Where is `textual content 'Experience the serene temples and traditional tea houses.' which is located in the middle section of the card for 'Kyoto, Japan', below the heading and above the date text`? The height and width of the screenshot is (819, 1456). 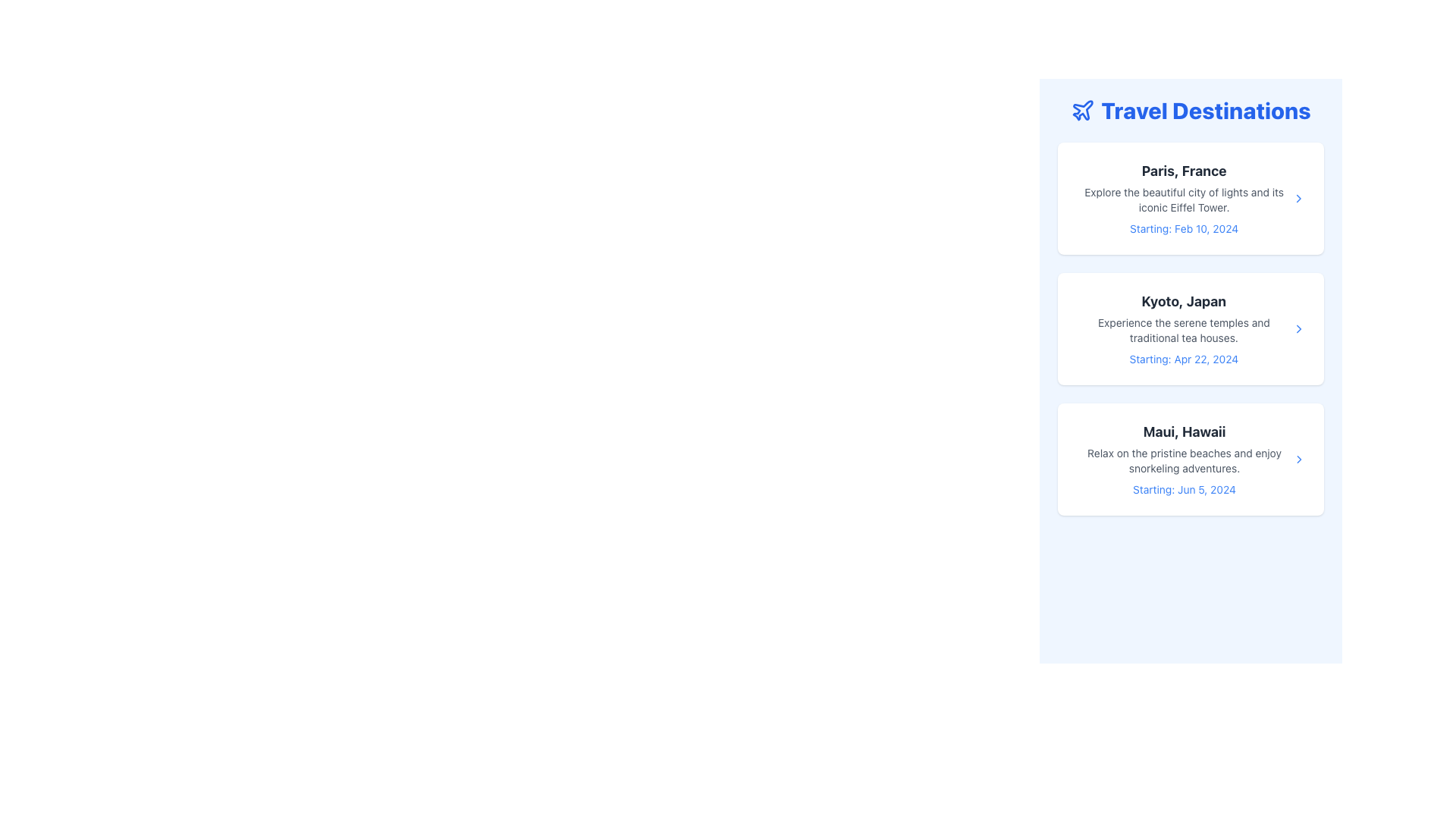 textual content 'Experience the serene temples and traditional tea houses.' which is located in the middle section of the card for 'Kyoto, Japan', below the heading and above the date text is located at coordinates (1183, 329).